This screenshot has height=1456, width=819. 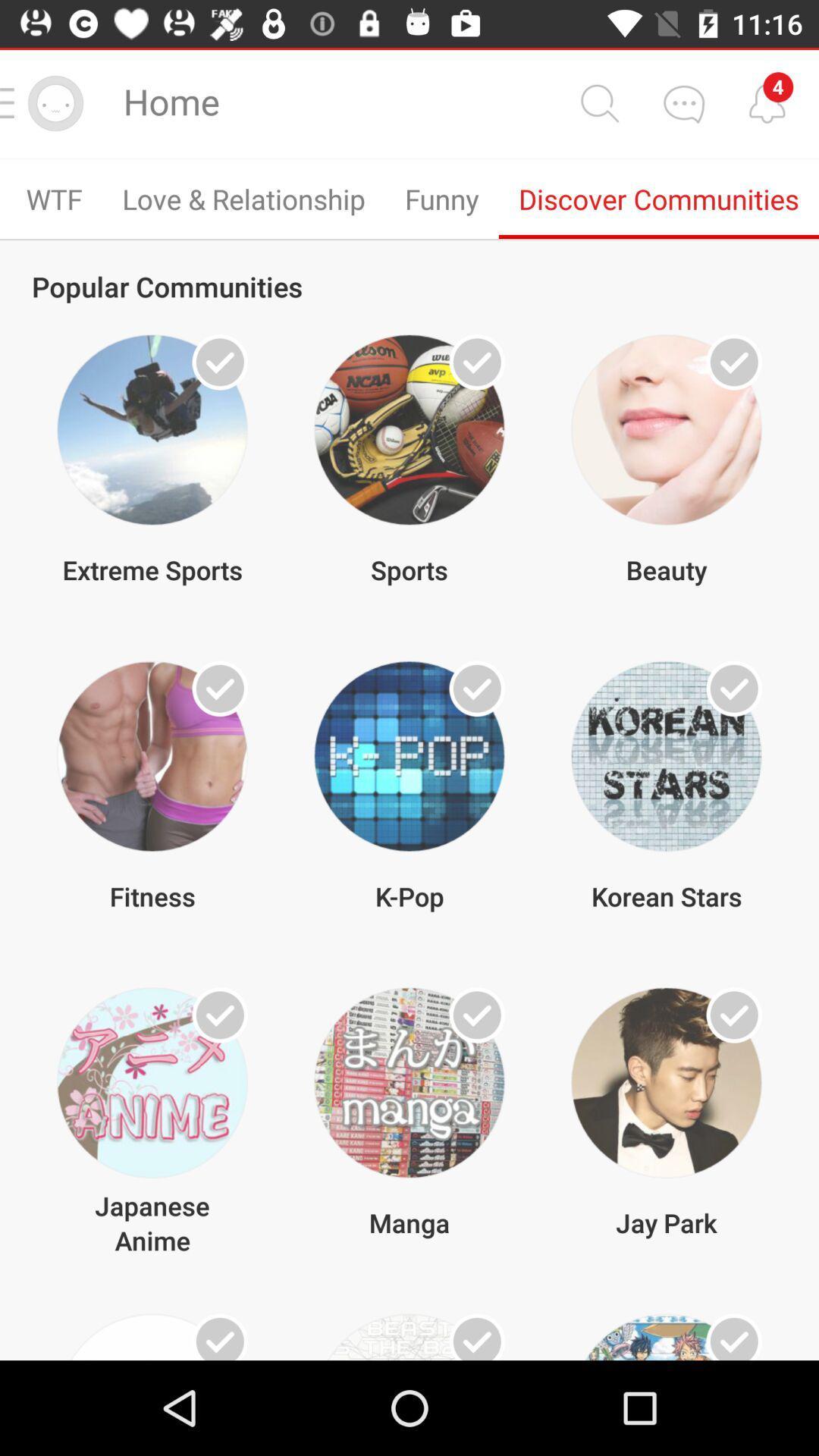 What do you see at coordinates (733, 688) in the screenshot?
I see `join community` at bounding box center [733, 688].